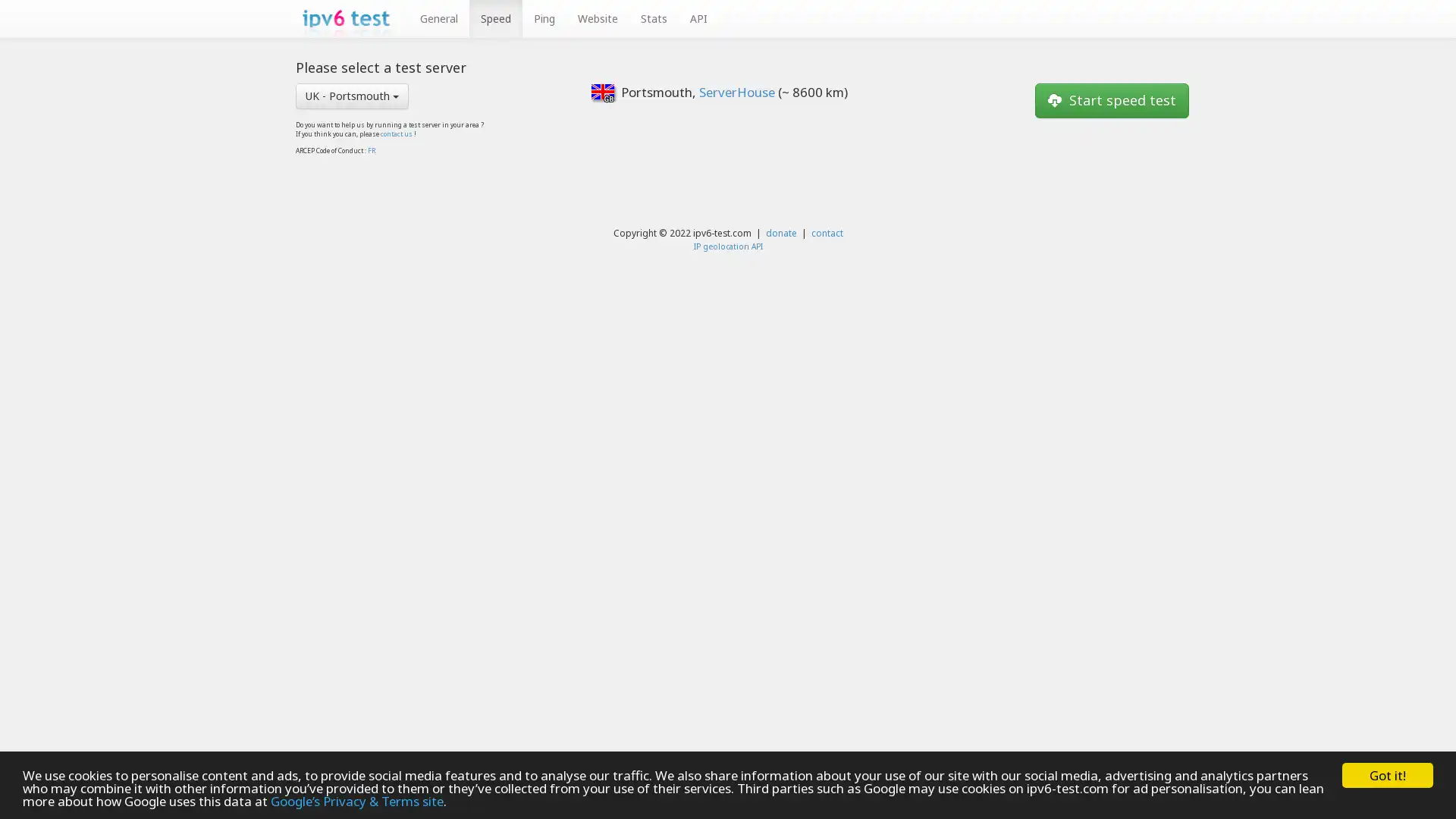  I want to click on UK - Portsmouth, so click(351, 96).